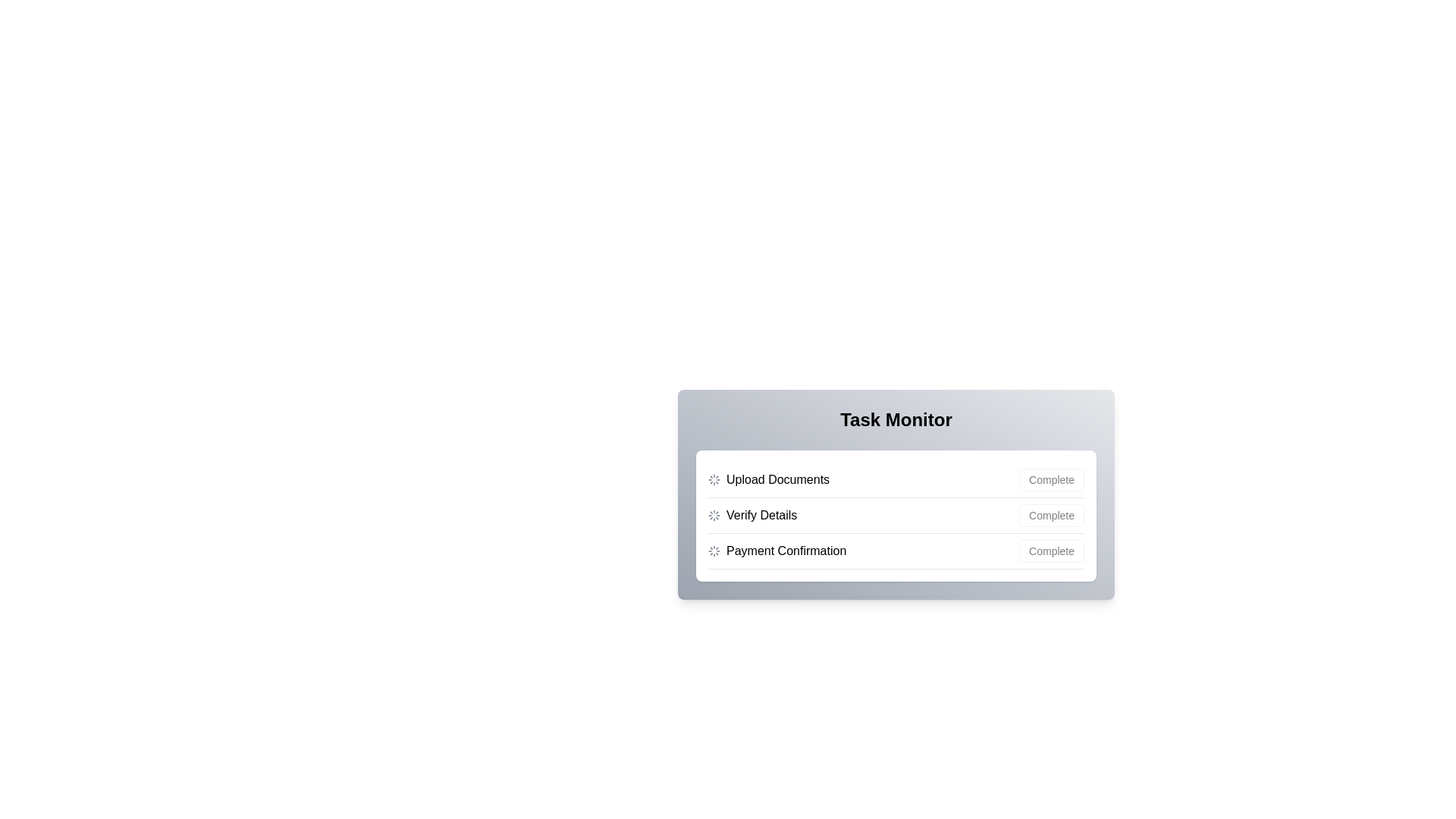  What do you see at coordinates (713, 514) in the screenshot?
I see `the loading indicator element, which is a spinning loader icon styled with gray color, located to the left of the text 'Verify Details' in the task monitor list` at bounding box center [713, 514].